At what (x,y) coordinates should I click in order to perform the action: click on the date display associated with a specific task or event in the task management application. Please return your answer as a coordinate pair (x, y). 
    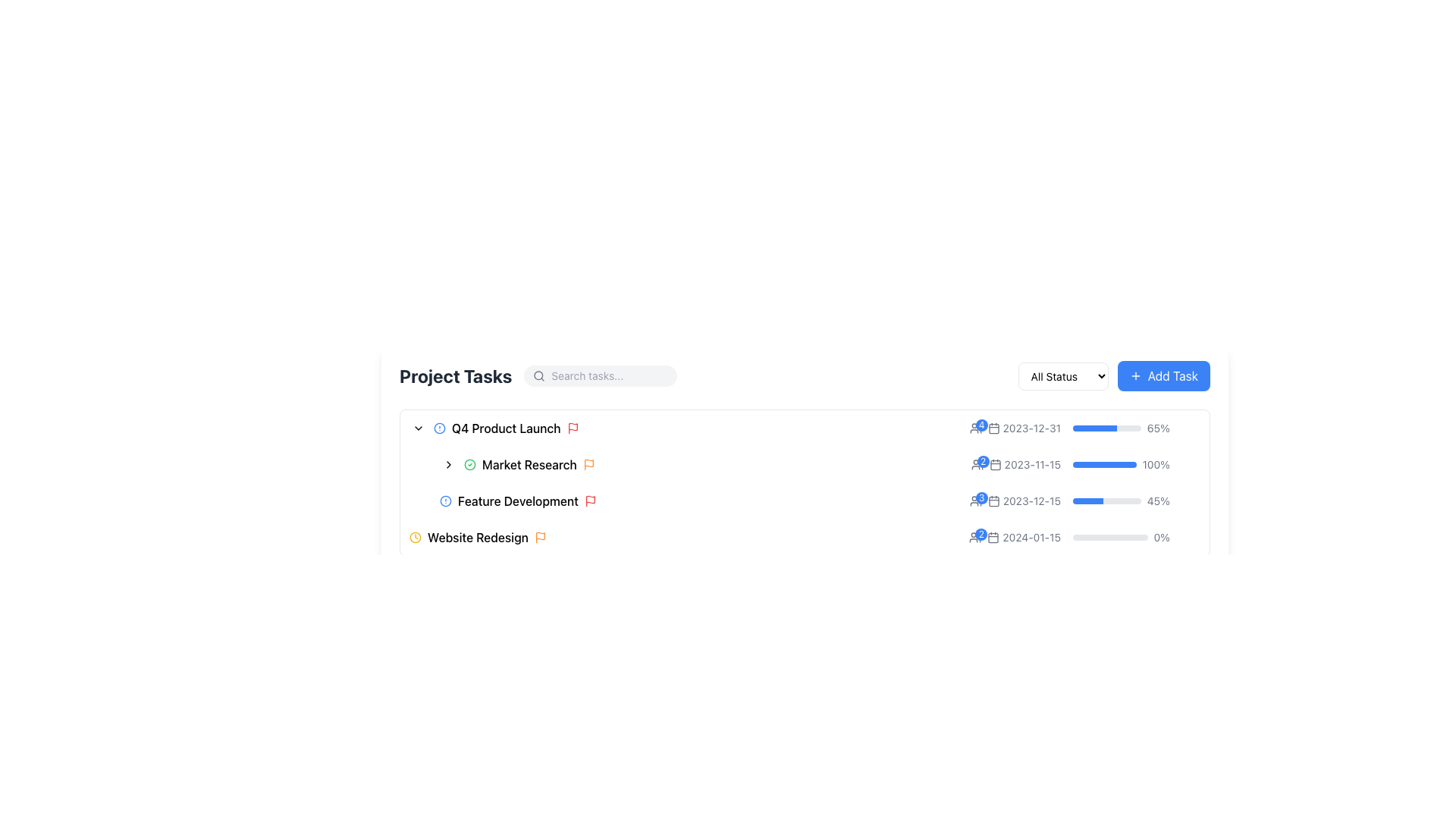
    Looking at the image, I should click on (1015, 500).